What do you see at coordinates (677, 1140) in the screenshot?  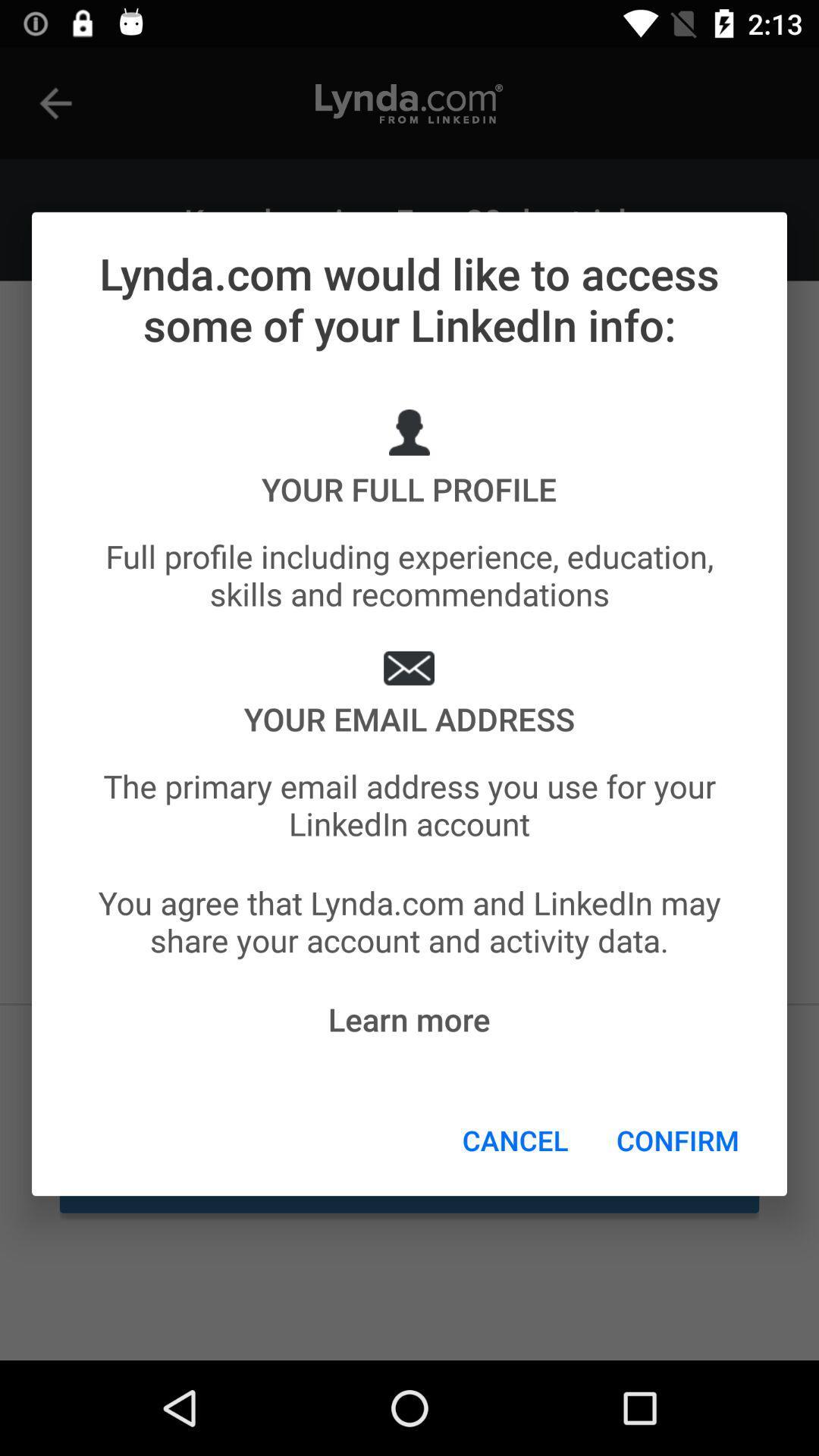 I see `item at the bottom right corner` at bounding box center [677, 1140].